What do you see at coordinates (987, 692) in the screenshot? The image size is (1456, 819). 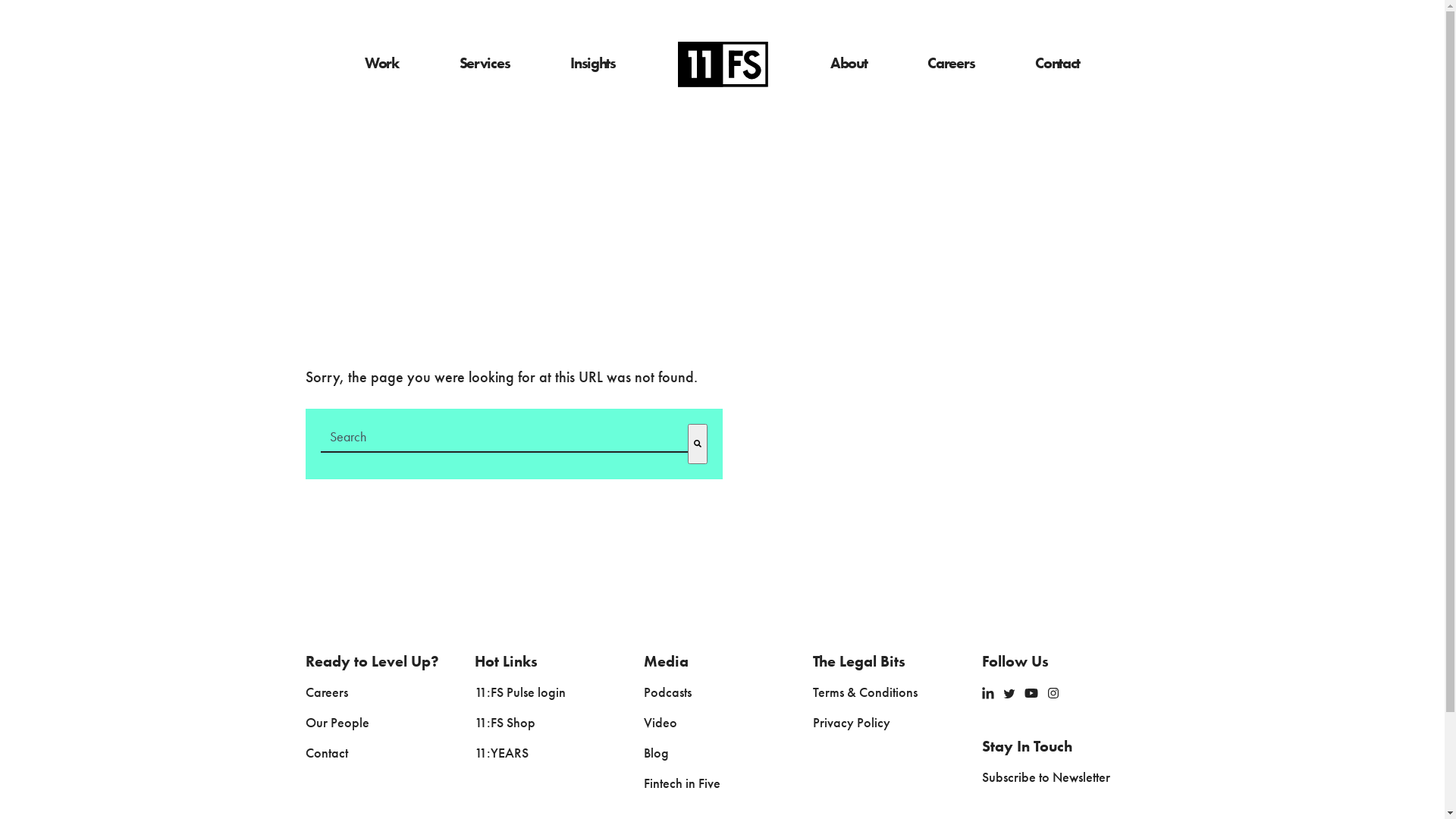 I see `'LinkedIn'` at bounding box center [987, 692].